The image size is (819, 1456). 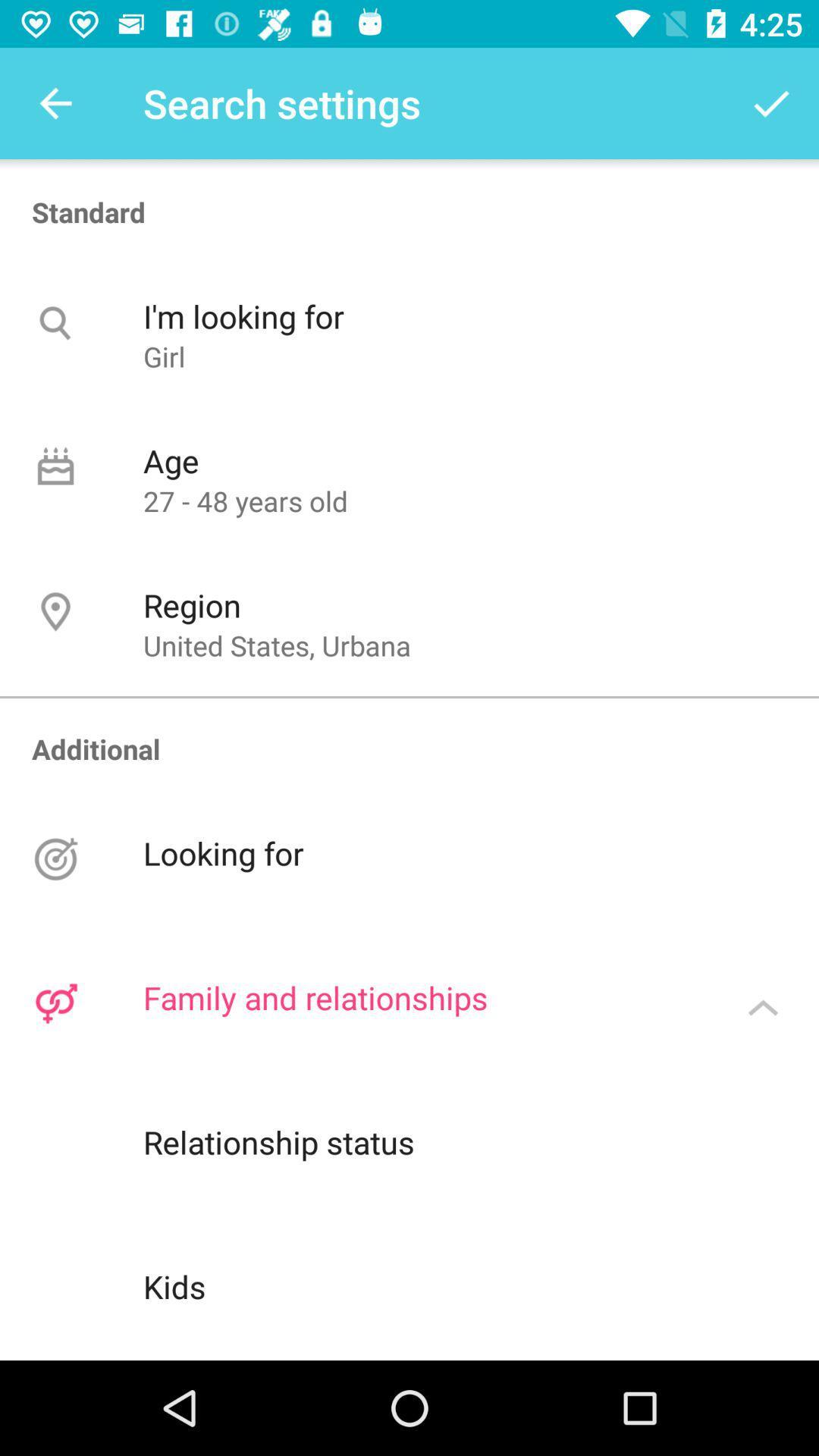 I want to click on item at the top right corner, so click(x=771, y=102).